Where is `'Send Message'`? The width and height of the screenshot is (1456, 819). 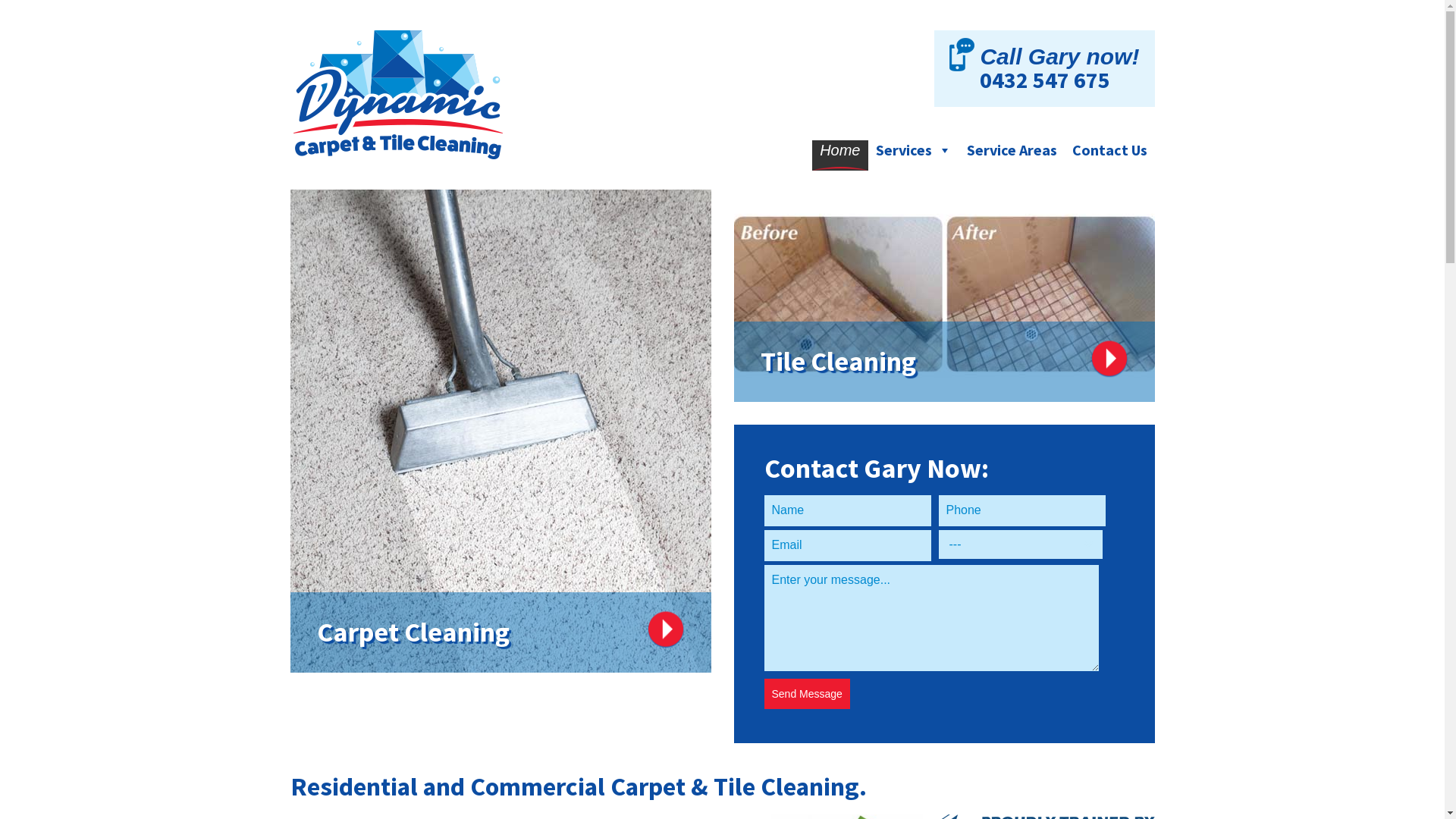
'Send Message' is located at coordinates (806, 693).